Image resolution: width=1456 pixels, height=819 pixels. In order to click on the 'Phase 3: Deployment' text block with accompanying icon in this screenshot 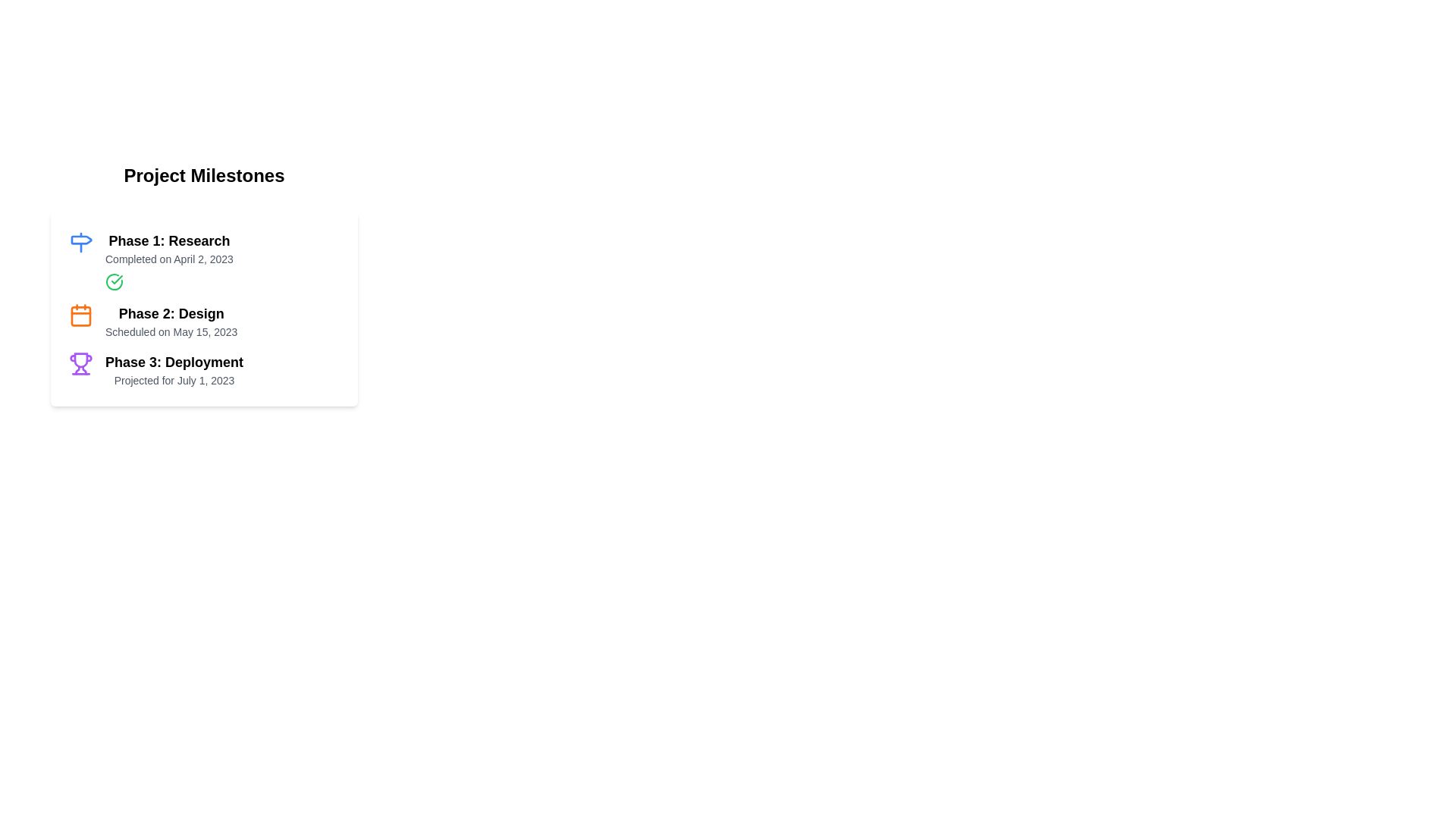, I will do `click(203, 370)`.